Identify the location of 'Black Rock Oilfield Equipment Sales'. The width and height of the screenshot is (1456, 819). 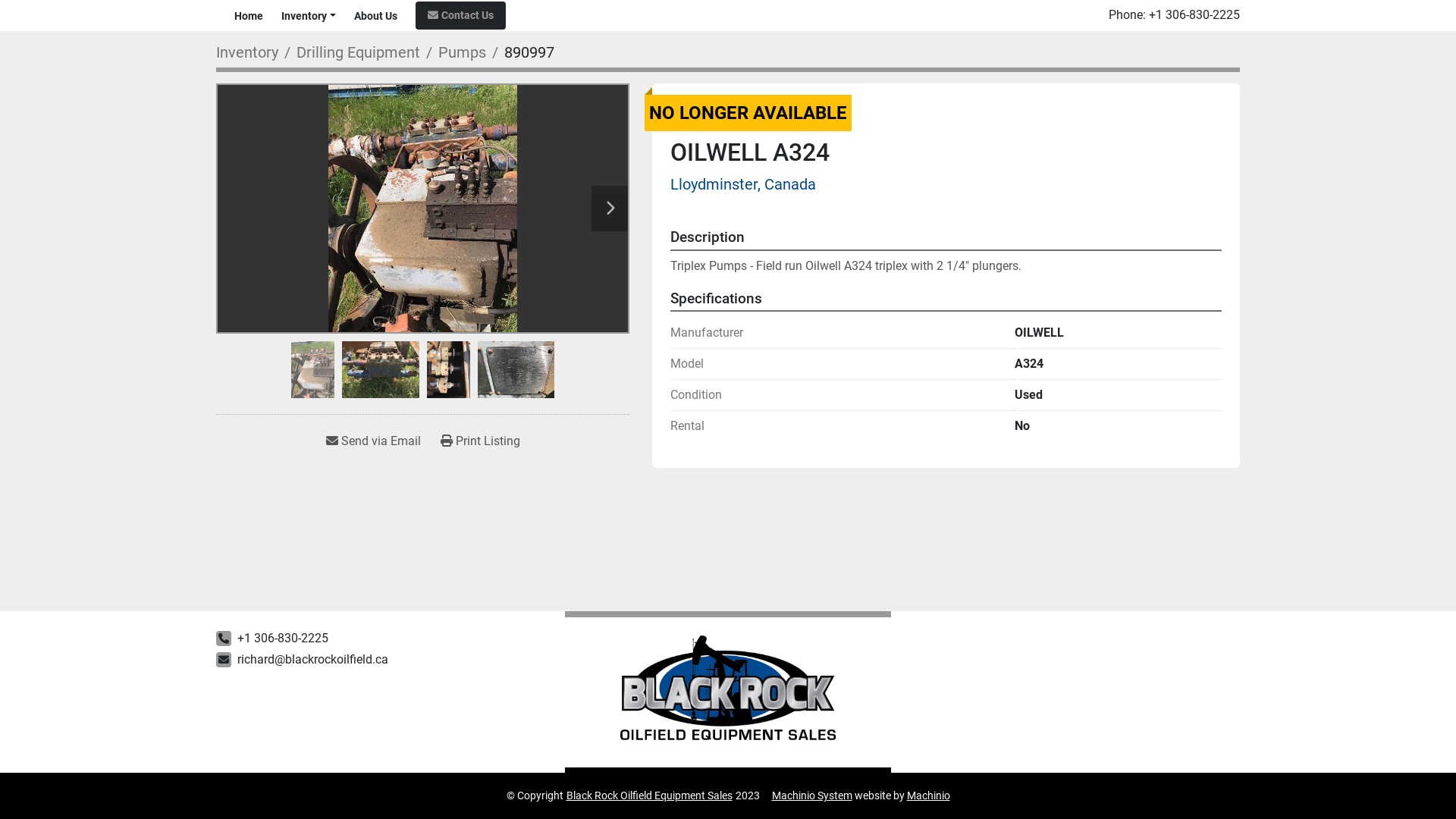
(648, 795).